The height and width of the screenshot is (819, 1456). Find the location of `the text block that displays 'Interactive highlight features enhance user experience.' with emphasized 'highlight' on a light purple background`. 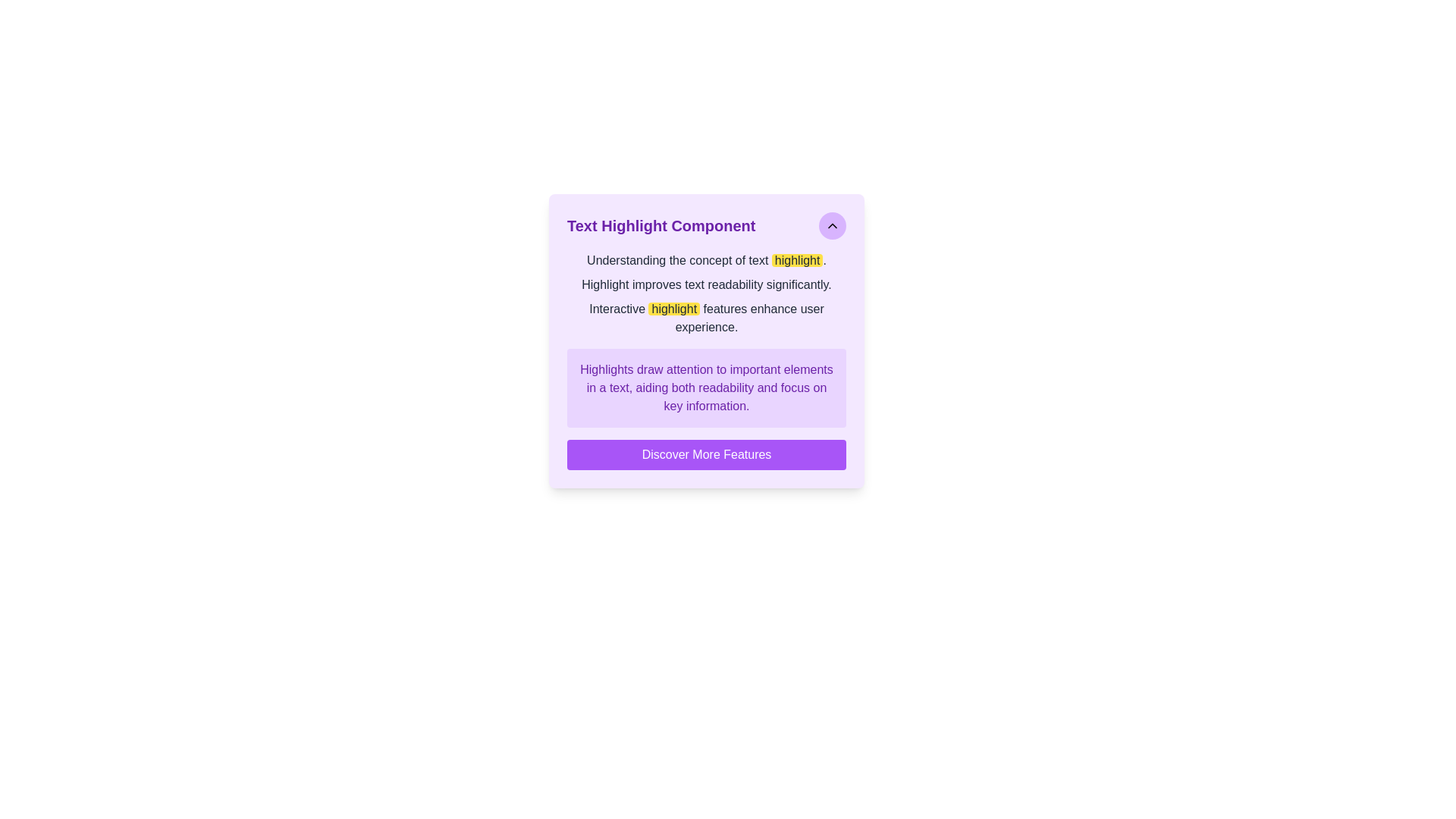

the text block that displays 'Interactive highlight features enhance user experience.' with emphasized 'highlight' on a light purple background is located at coordinates (705, 318).